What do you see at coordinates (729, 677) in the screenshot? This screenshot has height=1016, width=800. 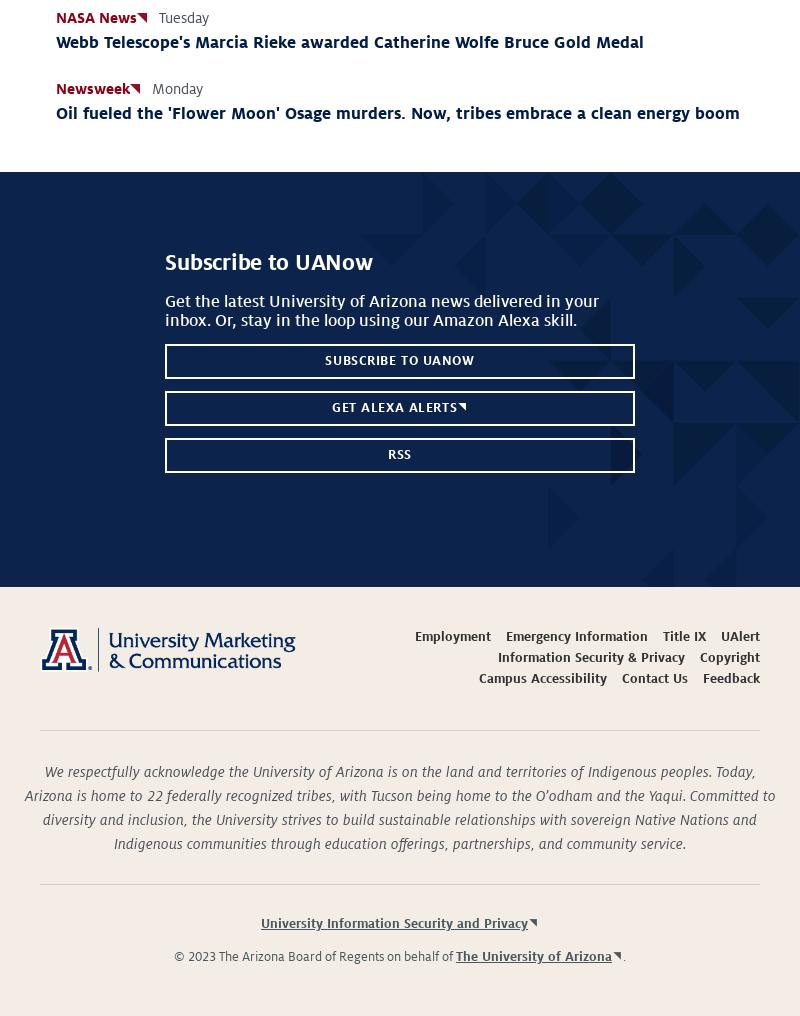 I see `'Feedback'` at bounding box center [729, 677].